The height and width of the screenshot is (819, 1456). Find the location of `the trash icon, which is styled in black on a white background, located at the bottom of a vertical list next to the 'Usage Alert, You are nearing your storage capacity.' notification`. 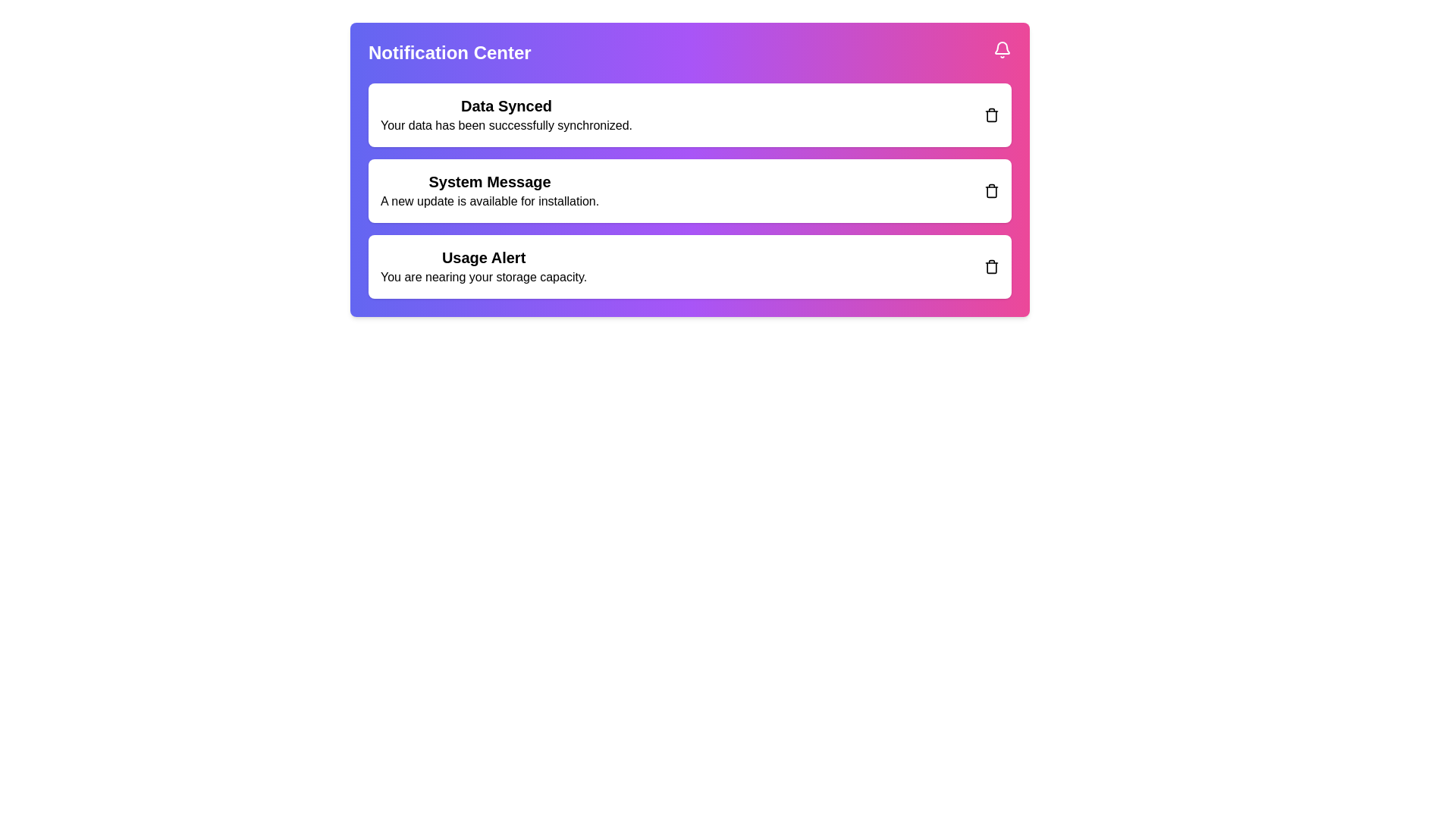

the trash icon, which is styled in black on a white background, located at the bottom of a vertical list next to the 'Usage Alert, You are nearing your storage capacity.' notification is located at coordinates (992, 265).